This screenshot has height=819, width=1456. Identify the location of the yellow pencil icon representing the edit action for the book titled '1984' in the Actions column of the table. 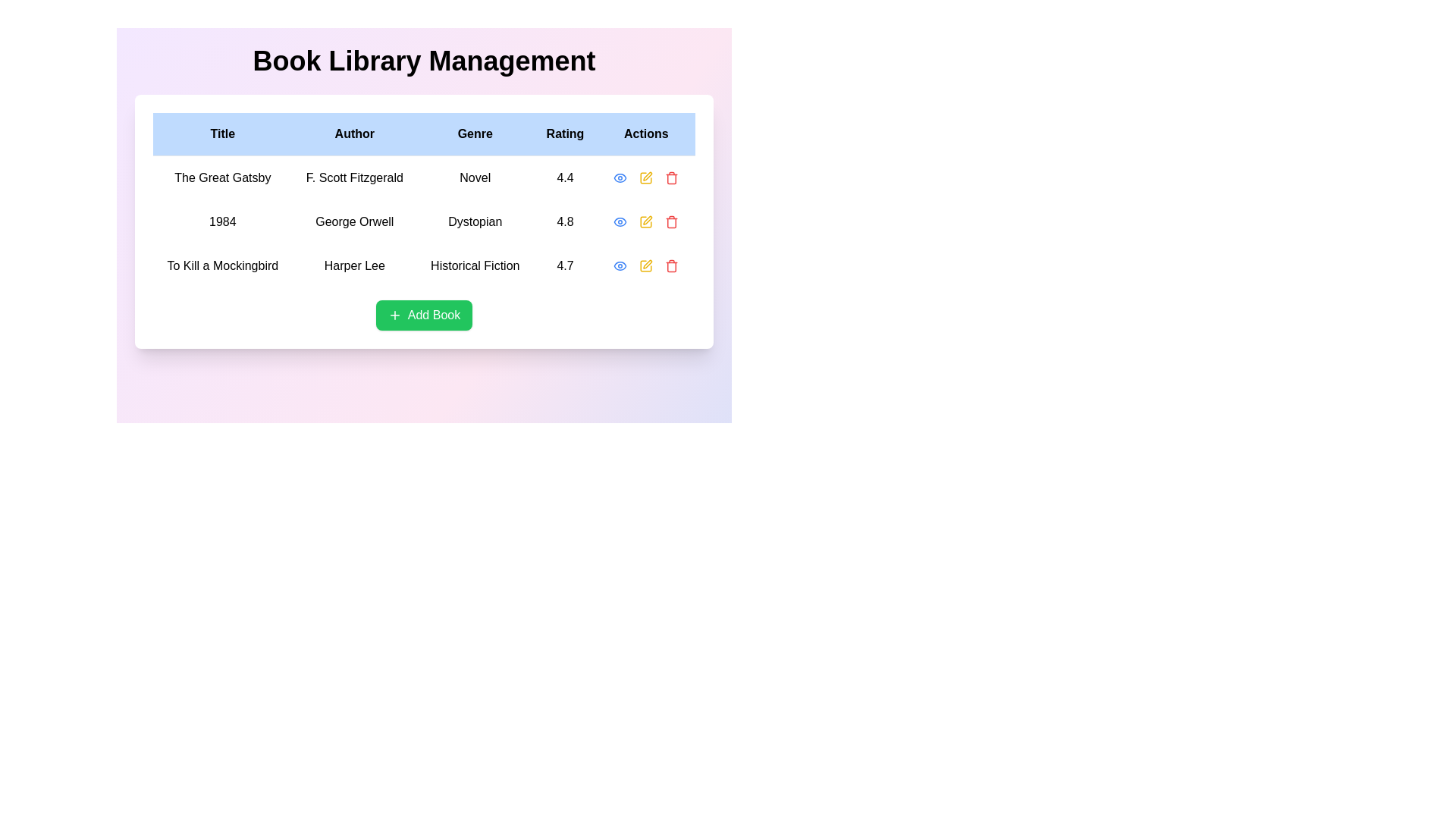
(646, 222).